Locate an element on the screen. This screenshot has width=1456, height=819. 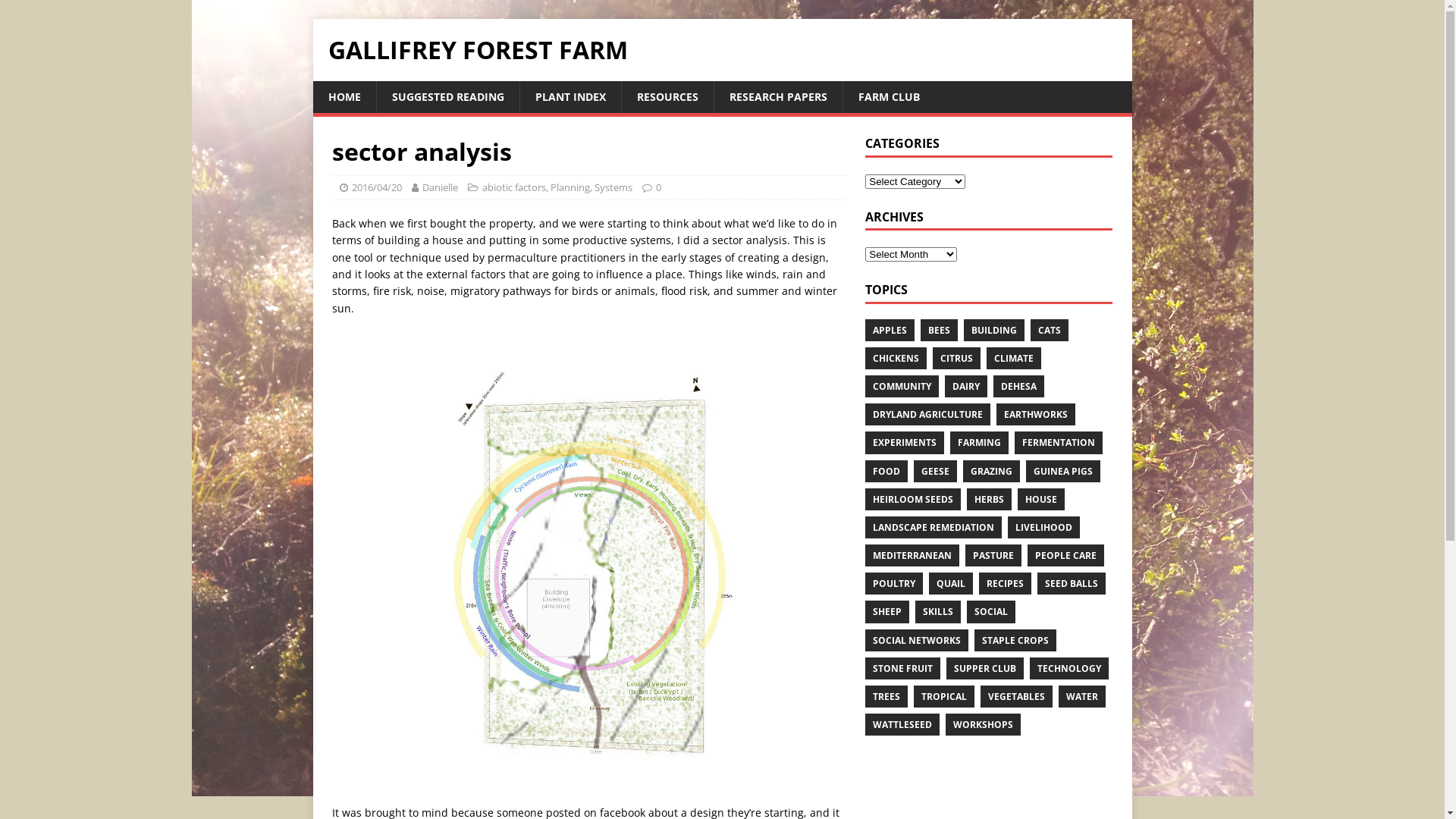
'HOME' is located at coordinates (343, 96).